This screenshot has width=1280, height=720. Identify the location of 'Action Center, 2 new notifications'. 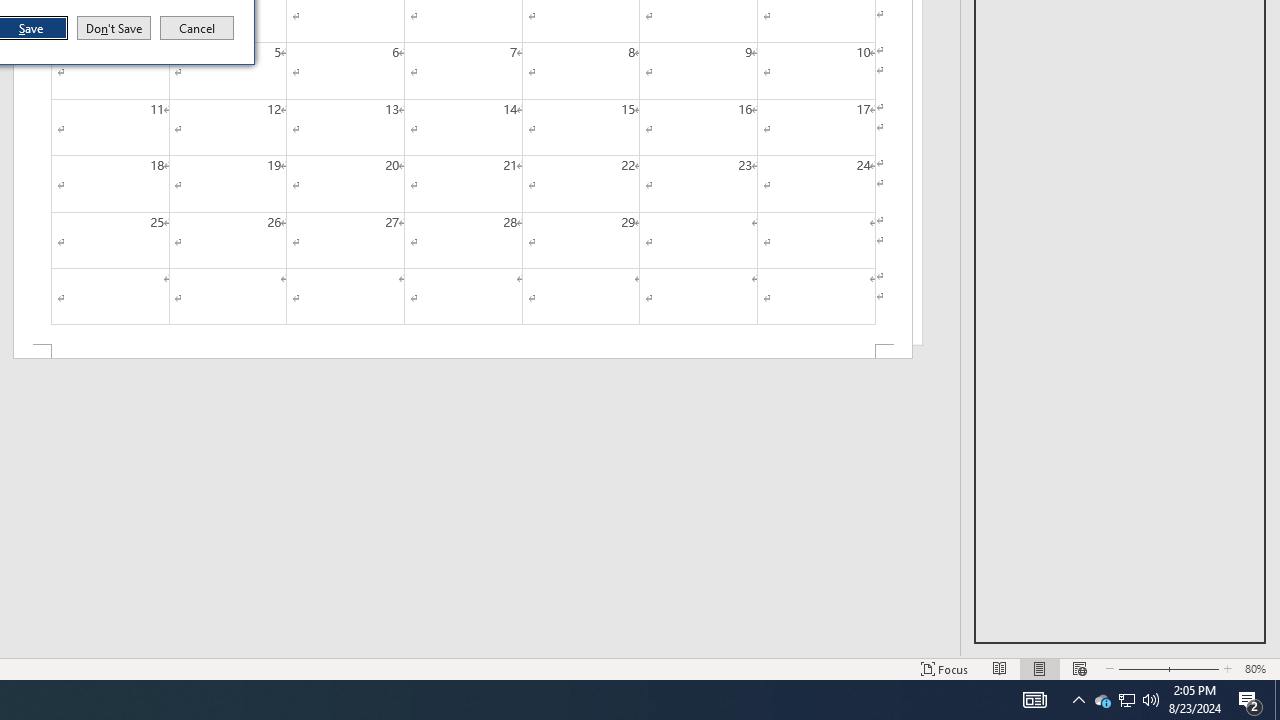
(1250, 698).